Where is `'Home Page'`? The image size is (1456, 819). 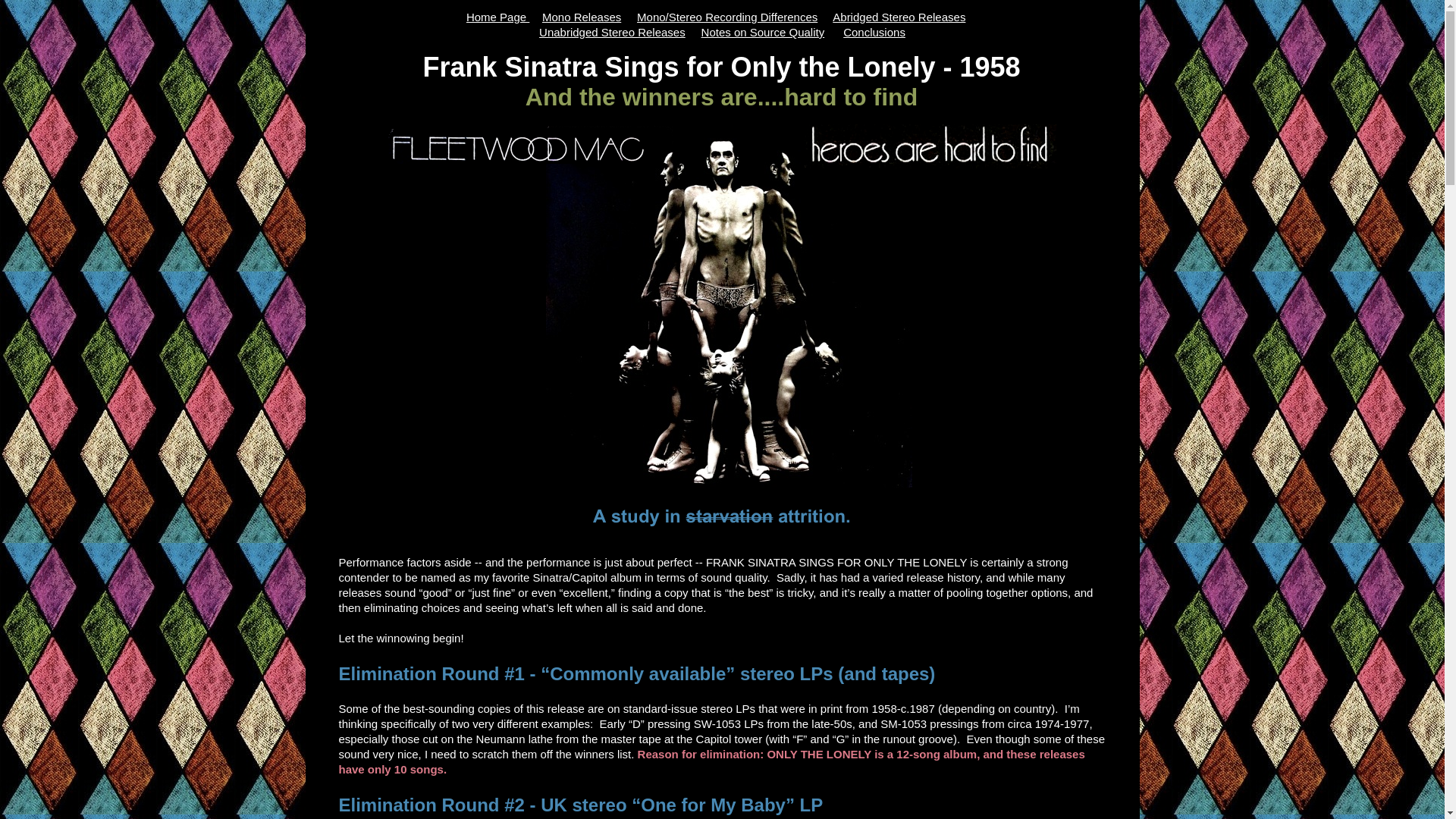 'Home Page' is located at coordinates (497, 17).